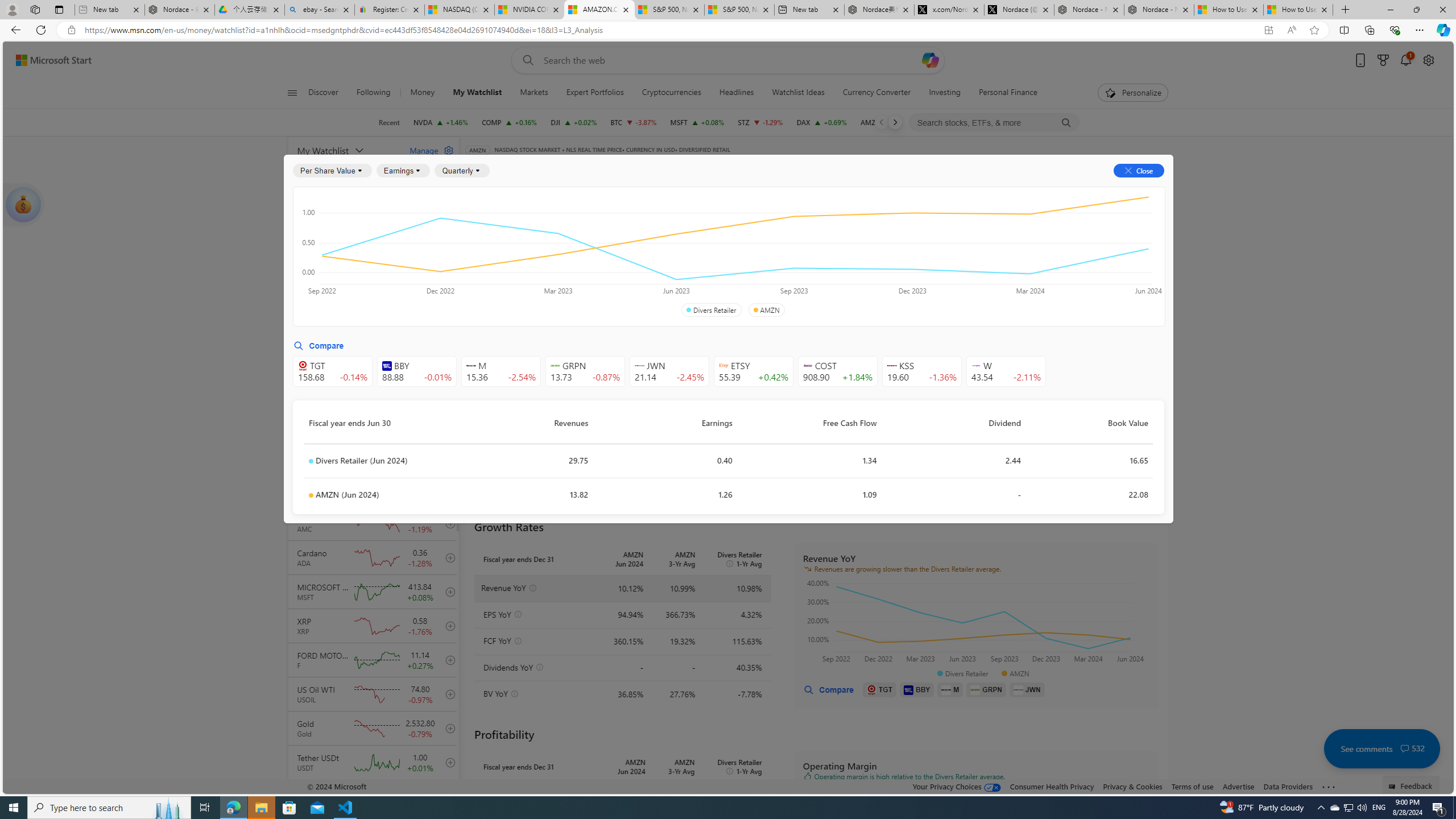 Image resolution: width=1456 pixels, height=819 pixels. Describe the element at coordinates (876, 92) in the screenshot. I see `'Currency Converter'` at that location.